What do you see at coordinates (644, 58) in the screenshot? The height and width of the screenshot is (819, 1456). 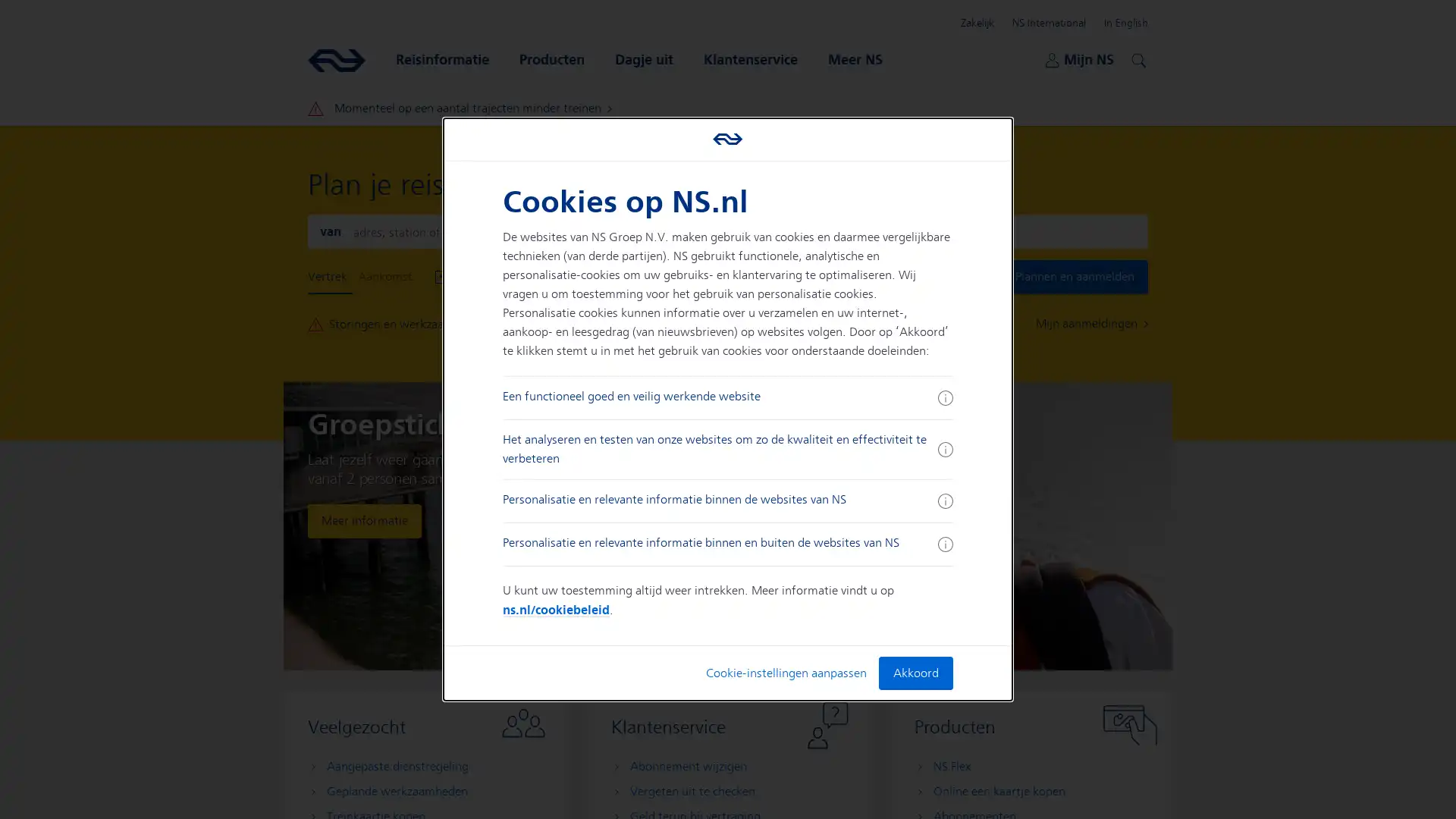 I see `Dagje uit Open submenu` at bounding box center [644, 58].